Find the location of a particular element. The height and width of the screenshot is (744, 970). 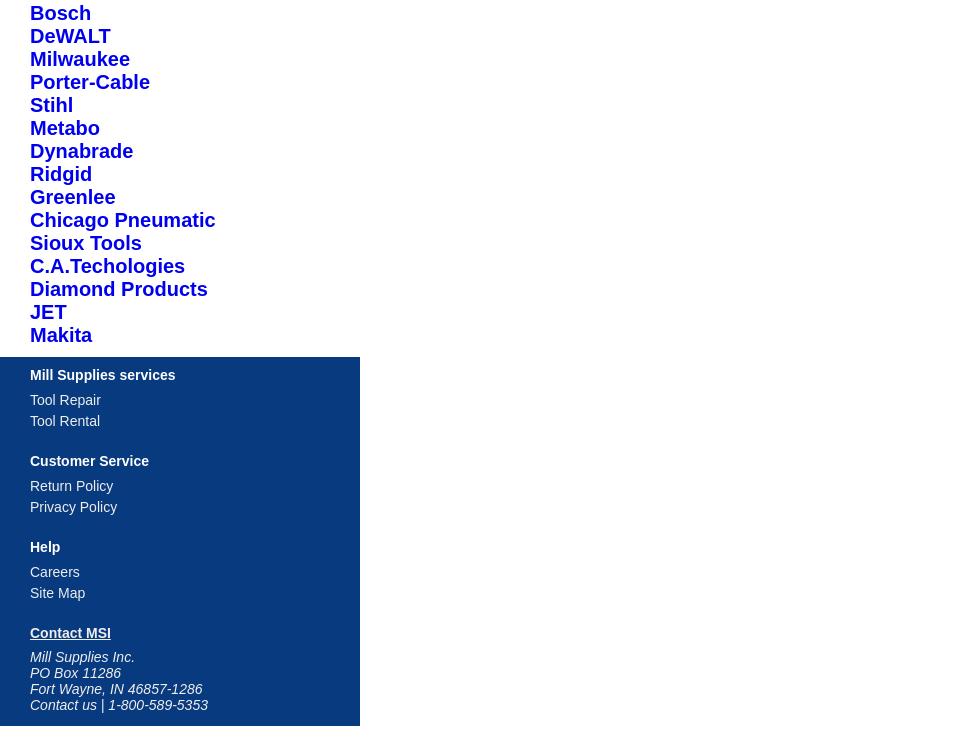

'Tool Rental' is located at coordinates (29, 420).